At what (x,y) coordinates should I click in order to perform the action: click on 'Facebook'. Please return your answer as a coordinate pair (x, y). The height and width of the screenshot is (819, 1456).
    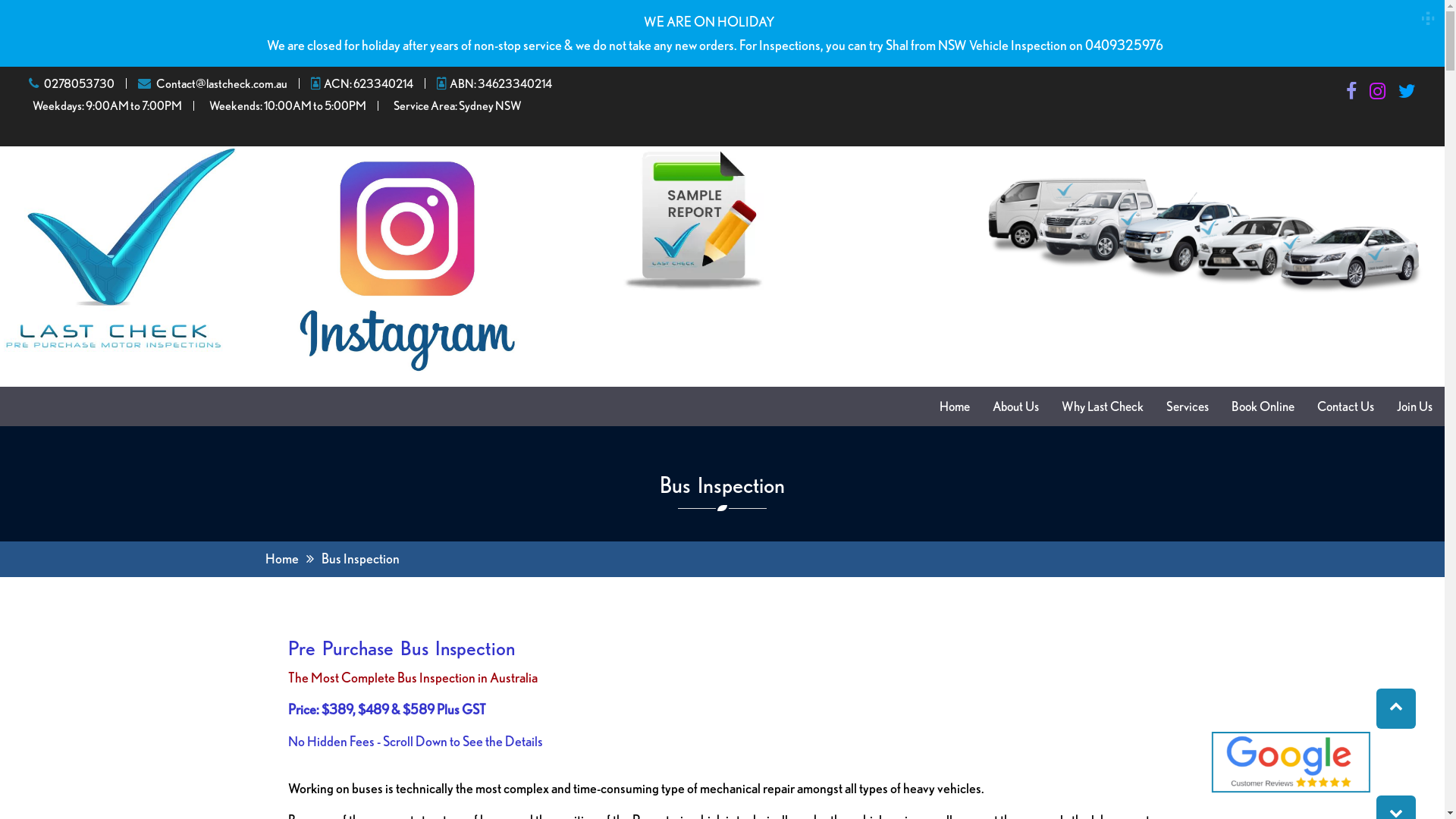
    Looking at the image, I should click on (1351, 93).